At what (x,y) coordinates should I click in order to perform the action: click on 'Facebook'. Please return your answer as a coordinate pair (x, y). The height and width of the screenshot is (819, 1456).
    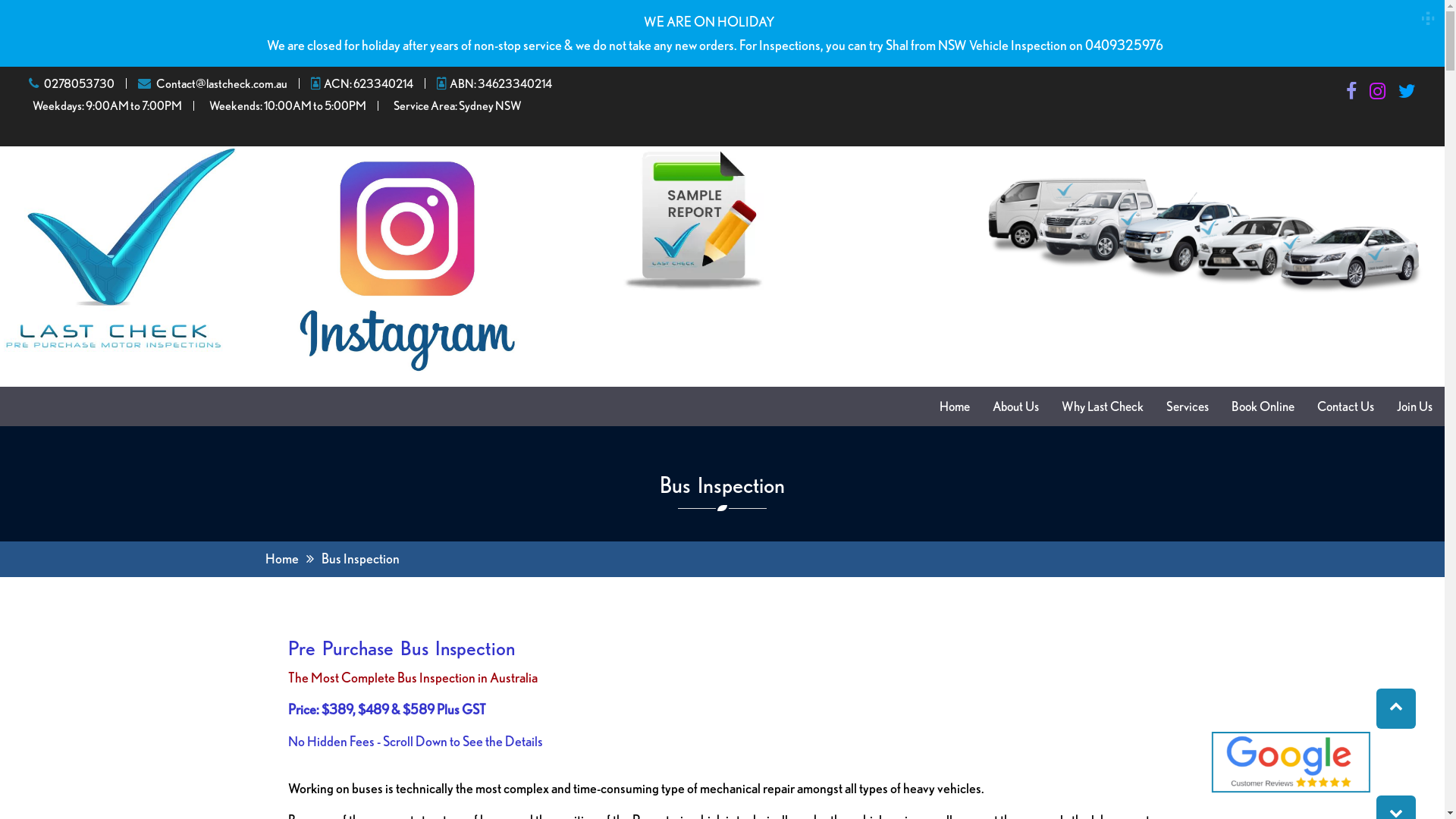
    Looking at the image, I should click on (1351, 93).